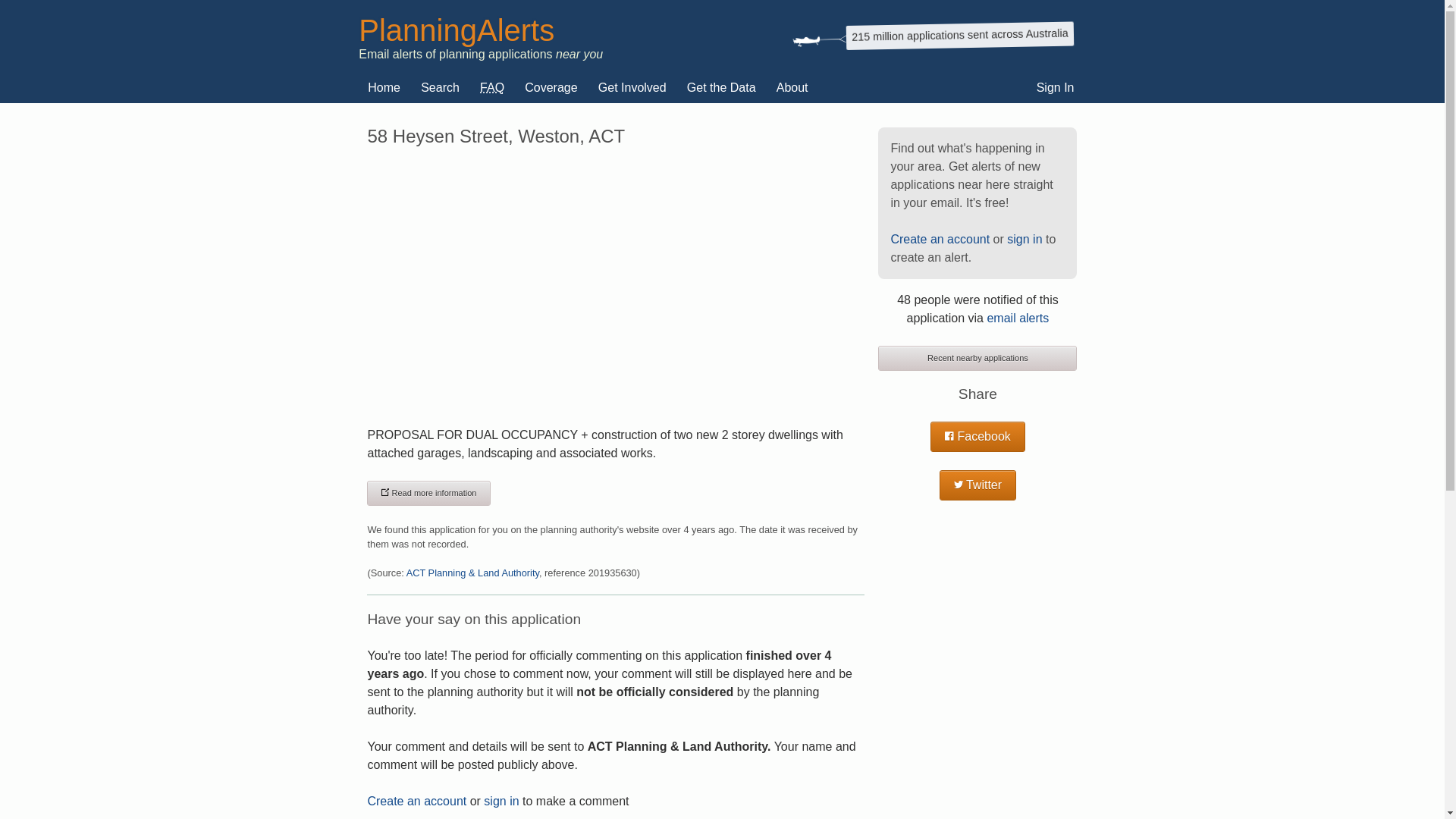  What do you see at coordinates (1018, 317) in the screenshot?
I see `'email alerts'` at bounding box center [1018, 317].